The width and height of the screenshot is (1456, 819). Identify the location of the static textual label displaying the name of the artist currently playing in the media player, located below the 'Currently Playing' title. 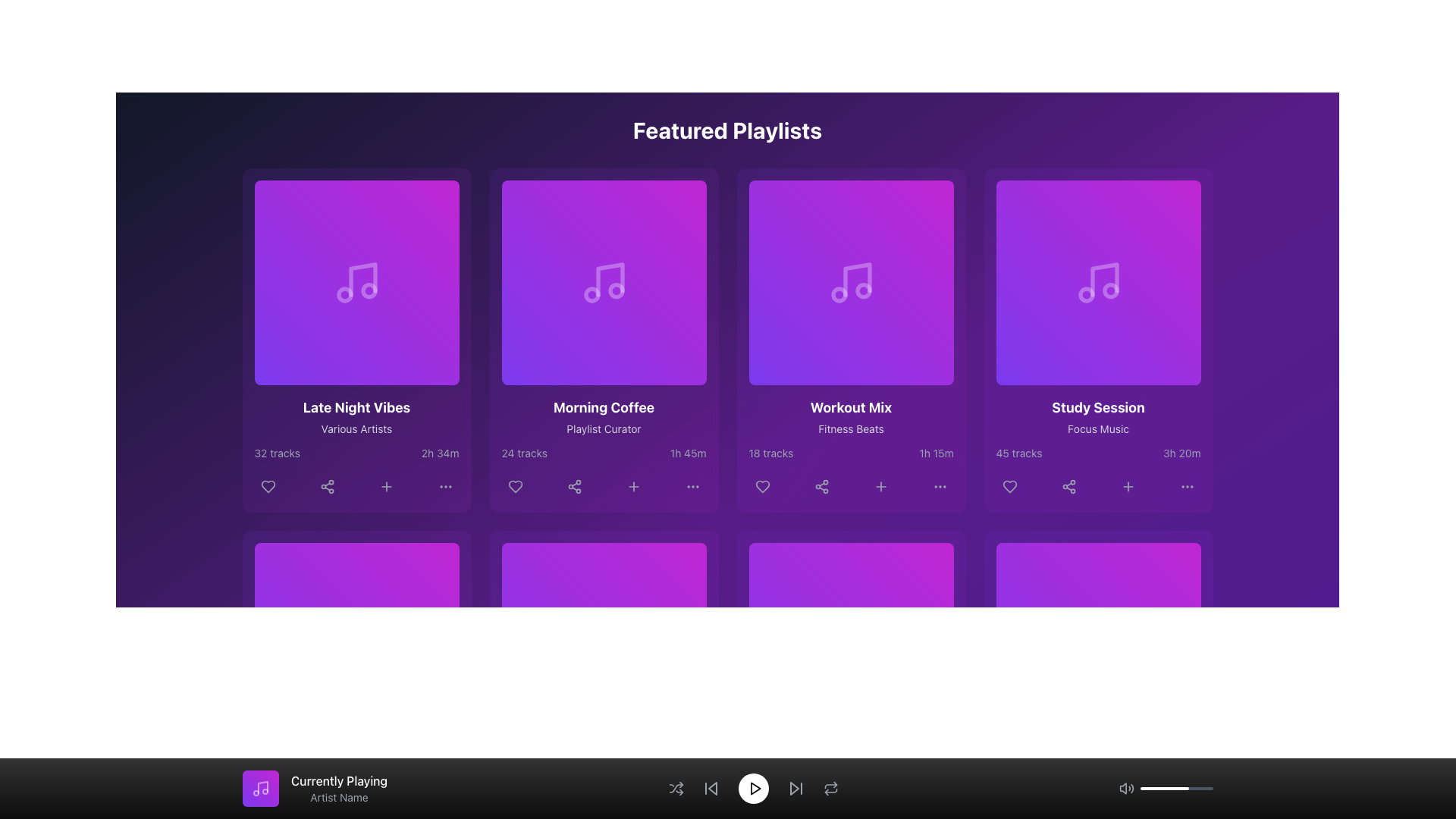
(338, 797).